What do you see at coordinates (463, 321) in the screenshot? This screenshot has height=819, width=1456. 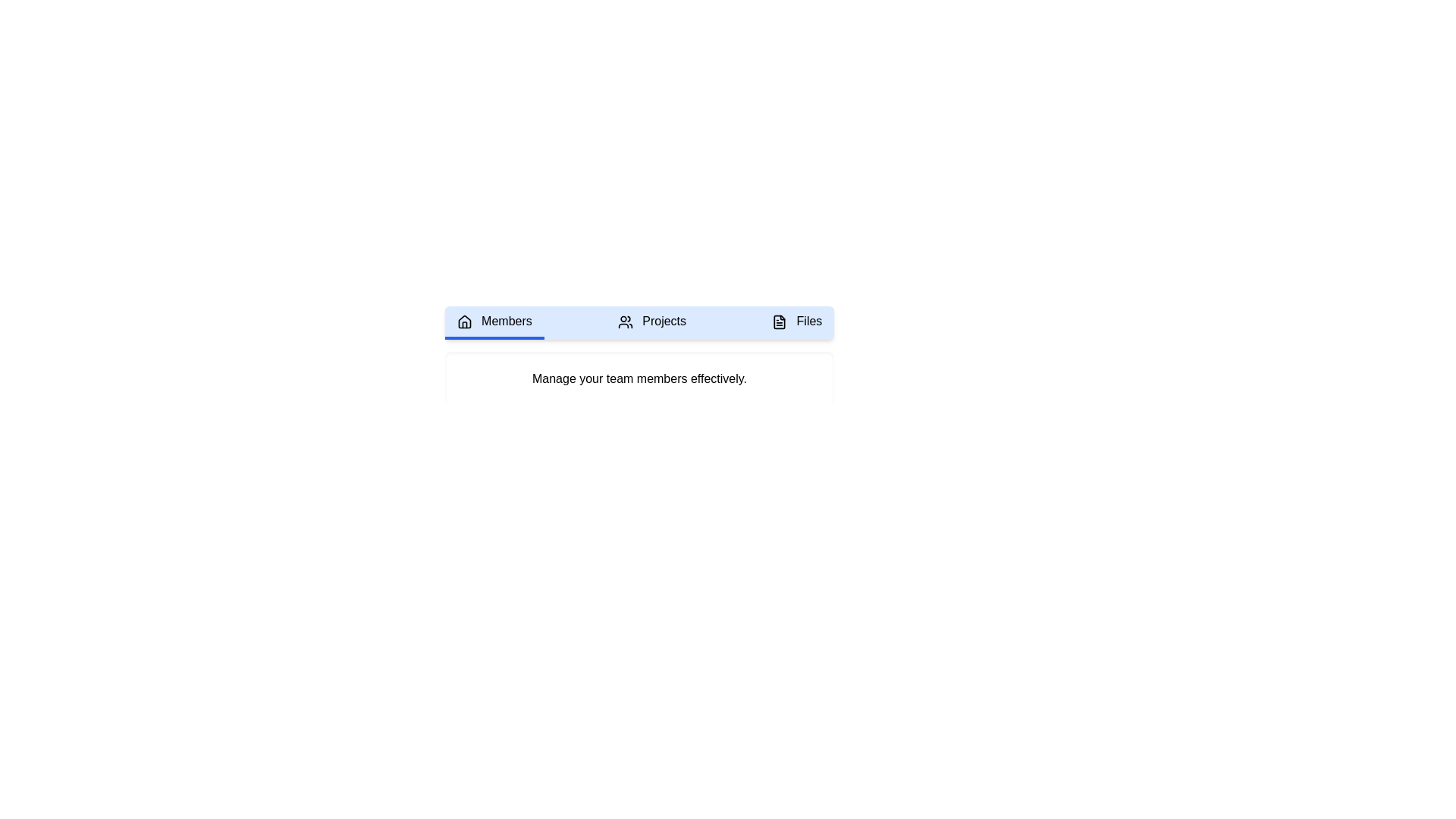 I see `the 'Members' icon located at the top center of the interface, positioned to the left of the label text 'Members'` at bounding box center [463, 321].